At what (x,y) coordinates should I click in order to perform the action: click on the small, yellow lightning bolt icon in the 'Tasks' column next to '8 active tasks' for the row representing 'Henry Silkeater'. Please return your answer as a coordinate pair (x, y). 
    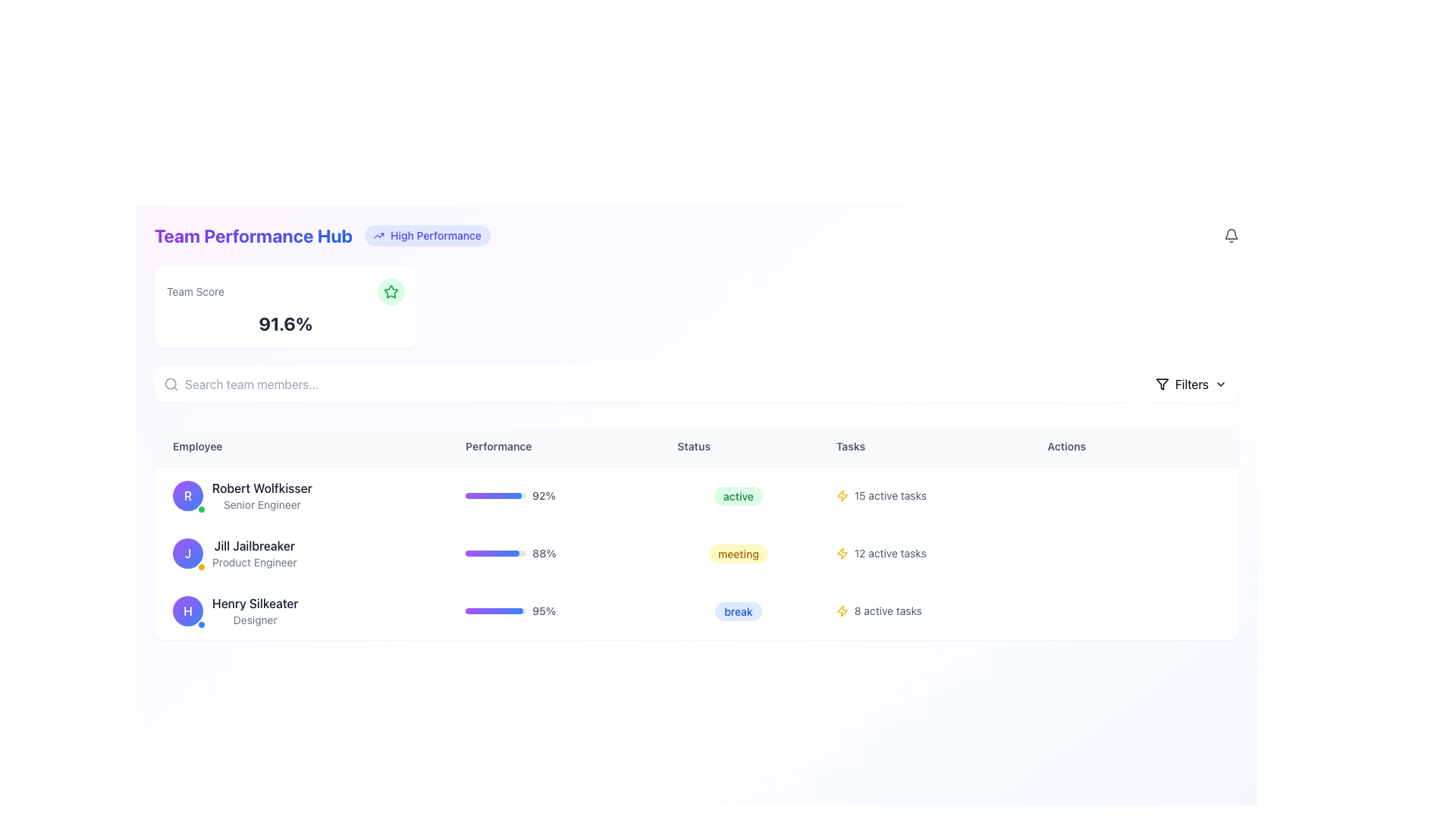
    Looking at the image, I should click on (841, 610).